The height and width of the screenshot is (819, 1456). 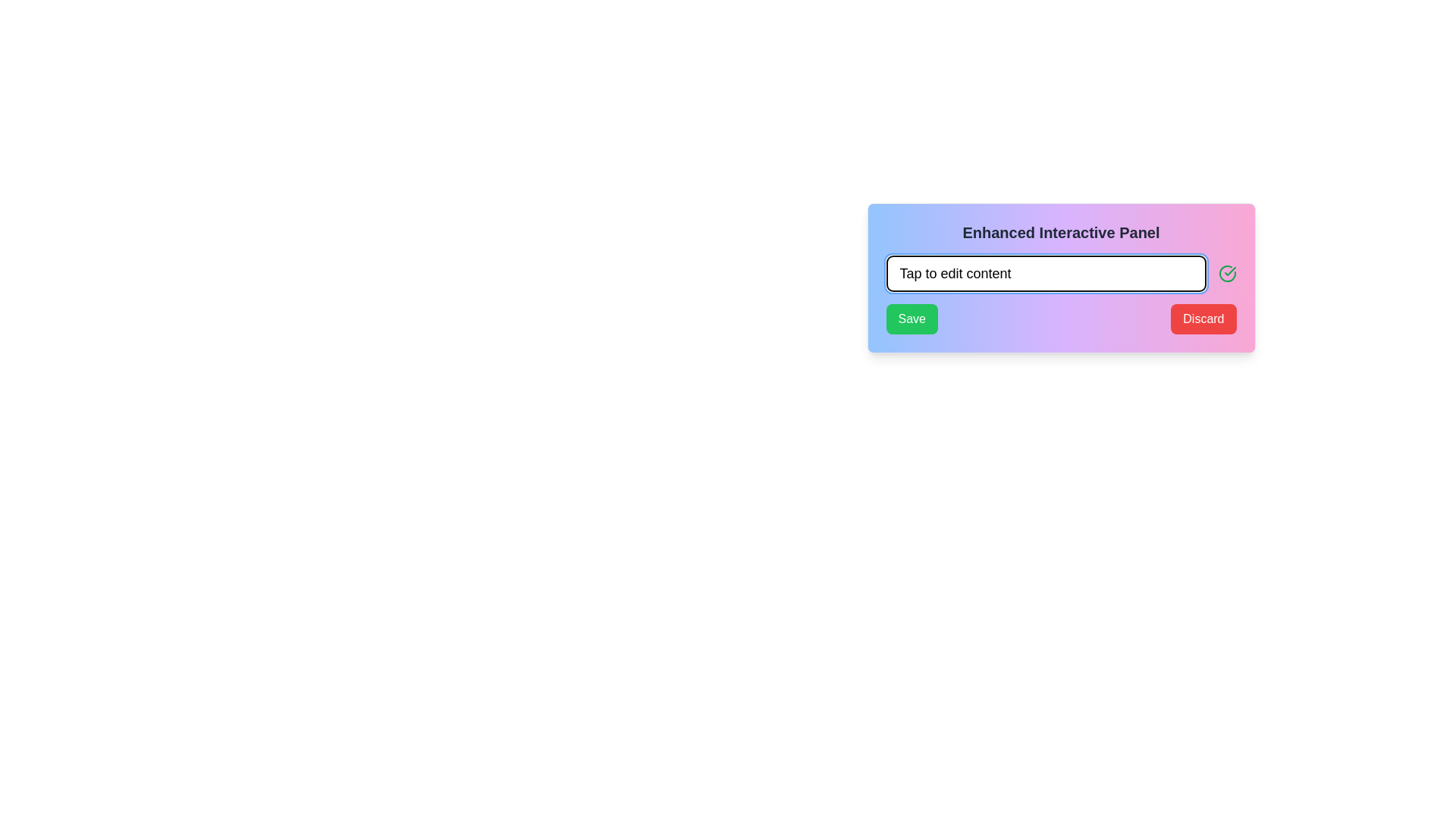 I want to click on the green checkmark icon located in the top-right section of the interactive panel, which is styled as a circular icon, so click(x=1230, y=271).